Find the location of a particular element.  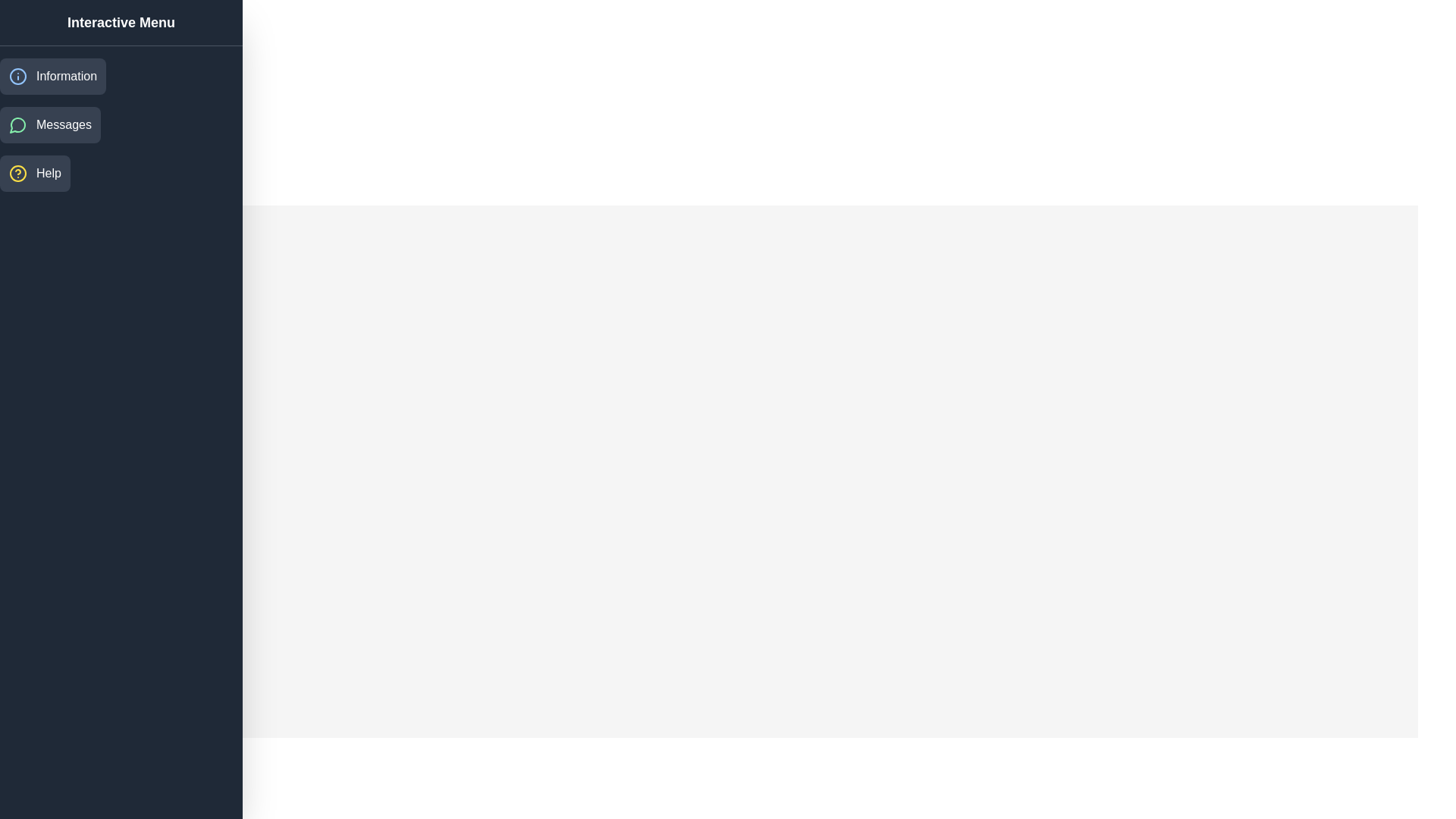

the Text label in the sidebar, which is the third menu item below 'Information' and 'Messages' is located at coordinates (49, 172).